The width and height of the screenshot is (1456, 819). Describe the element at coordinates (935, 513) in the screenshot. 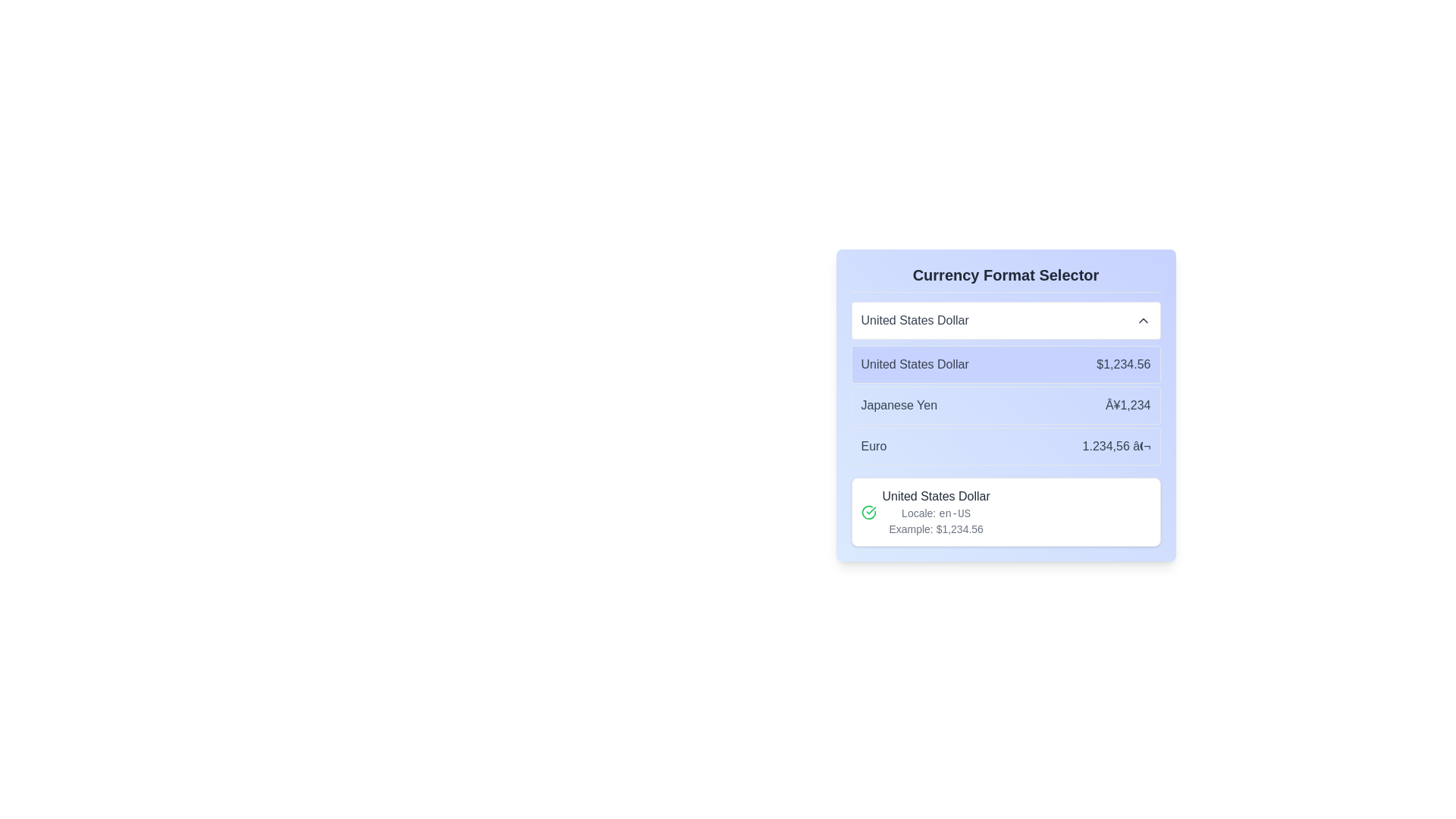

I see `the text label displaying 'Locale: en-US', which is styled in light gray and positioned below 'United States Dollar' and above 'Example: $1,234.56'` at that location.